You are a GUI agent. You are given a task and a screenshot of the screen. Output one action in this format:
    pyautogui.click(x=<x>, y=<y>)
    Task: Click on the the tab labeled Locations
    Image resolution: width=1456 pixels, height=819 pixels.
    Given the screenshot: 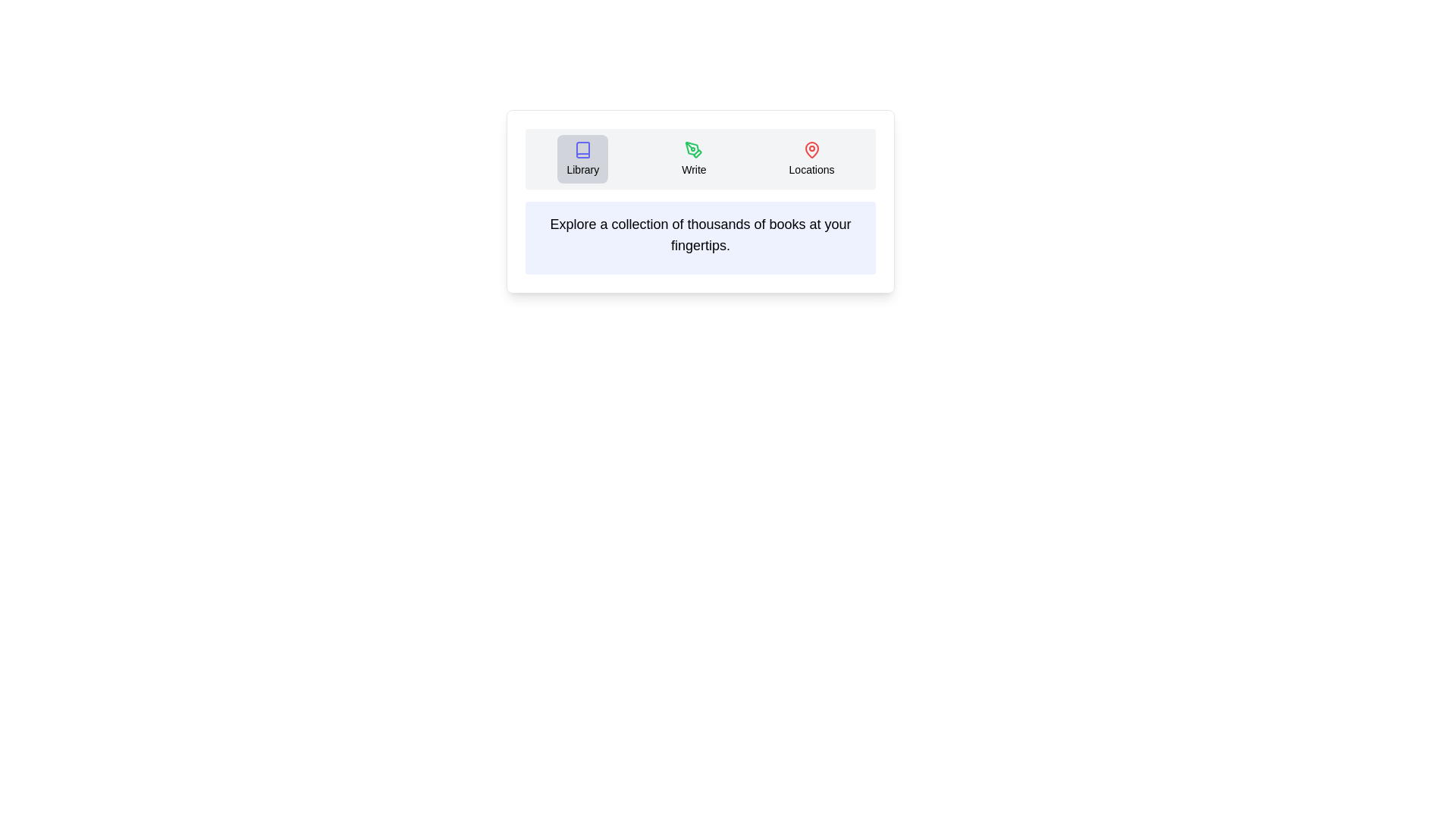 What is the action you would take?
    pyautogui.click(x=811, y=158)
    